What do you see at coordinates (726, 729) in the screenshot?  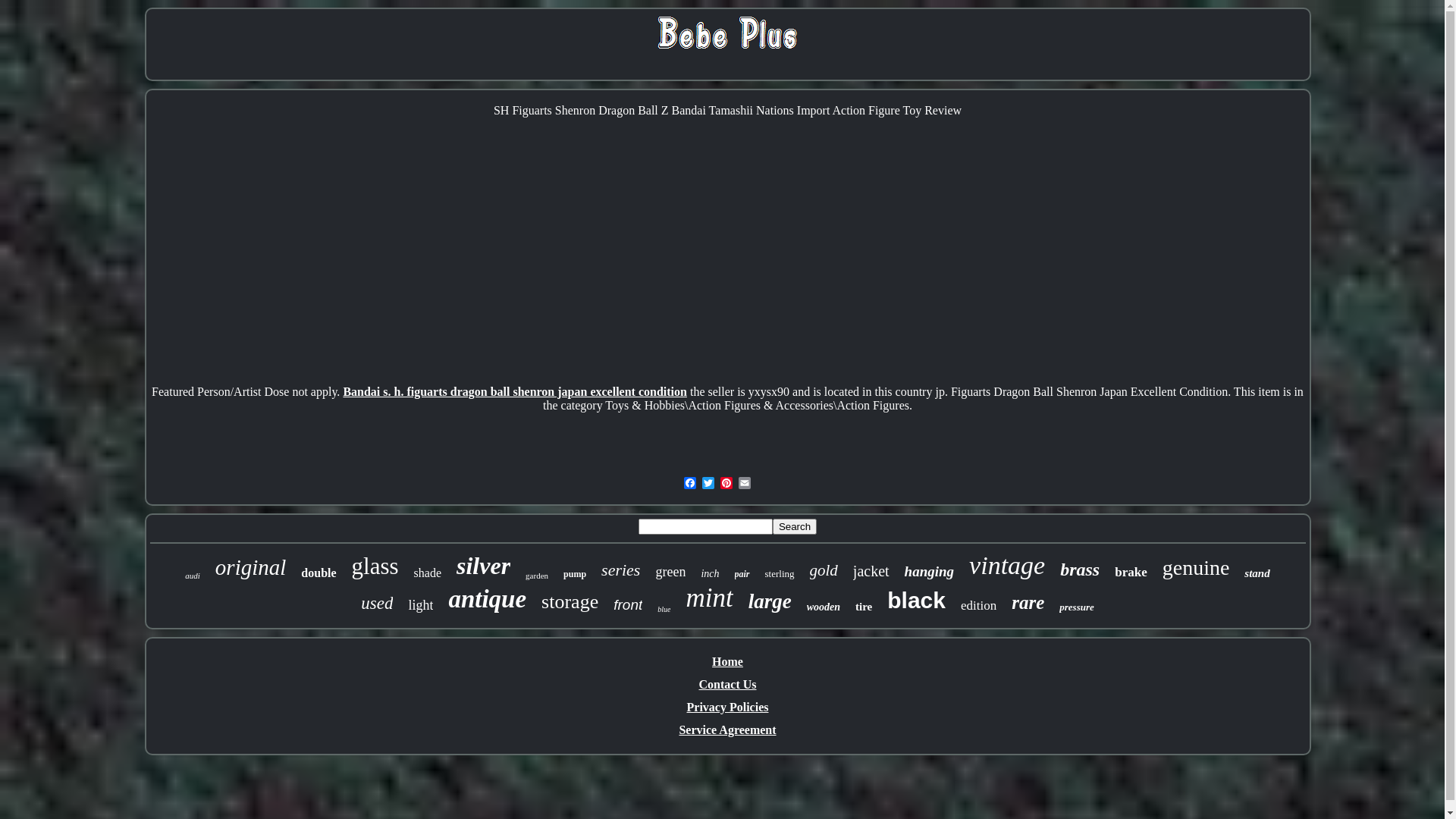 I see `'Service Agreement'` at bounding box center [726, 729].